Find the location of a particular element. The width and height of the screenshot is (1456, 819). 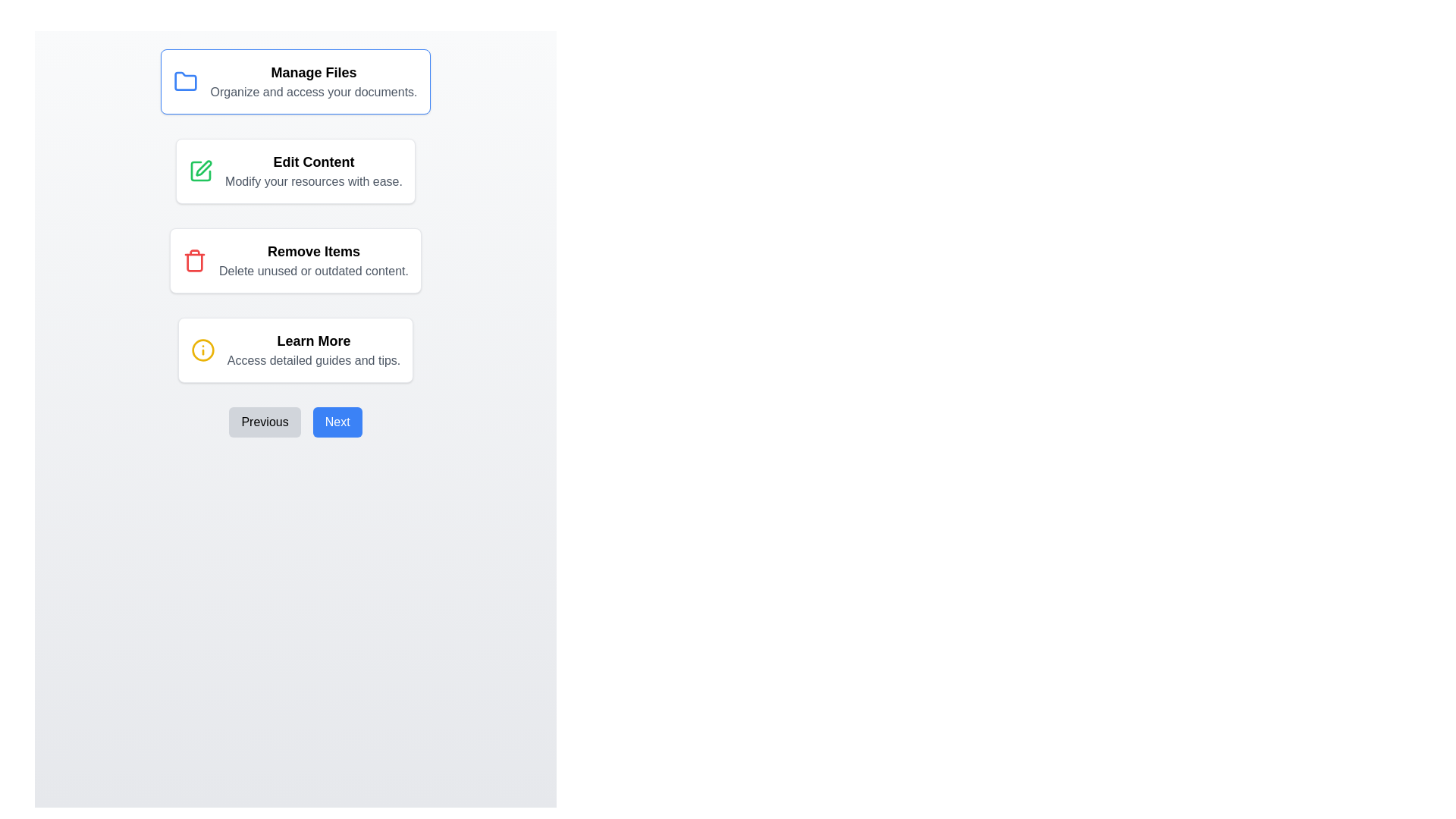

the fourth informational card in the vertical list is located at coordinates (295, 350).